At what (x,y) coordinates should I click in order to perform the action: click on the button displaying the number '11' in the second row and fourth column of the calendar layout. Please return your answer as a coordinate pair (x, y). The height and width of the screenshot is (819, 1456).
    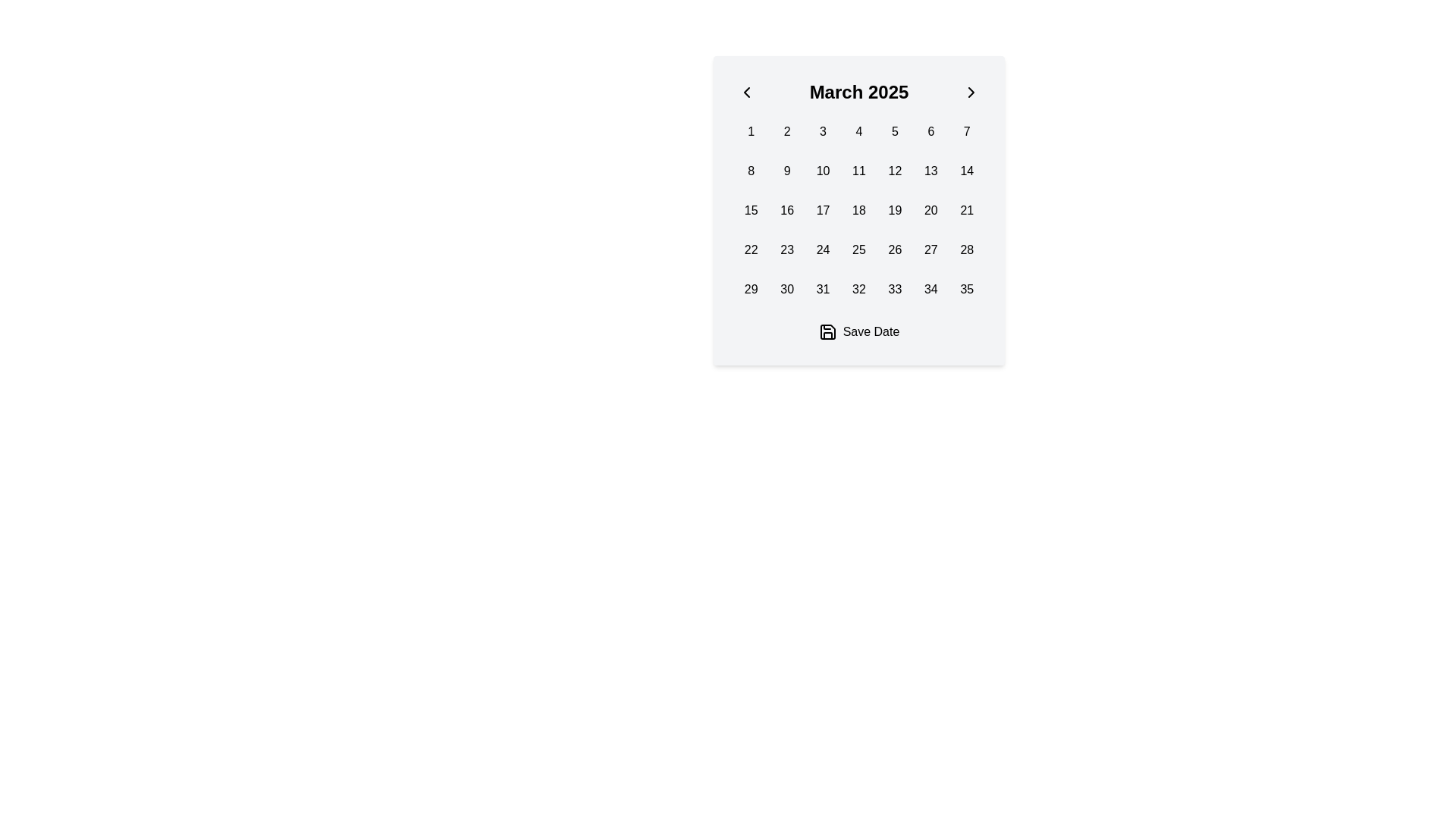
    Looking at the image, I should click on (858, 171).